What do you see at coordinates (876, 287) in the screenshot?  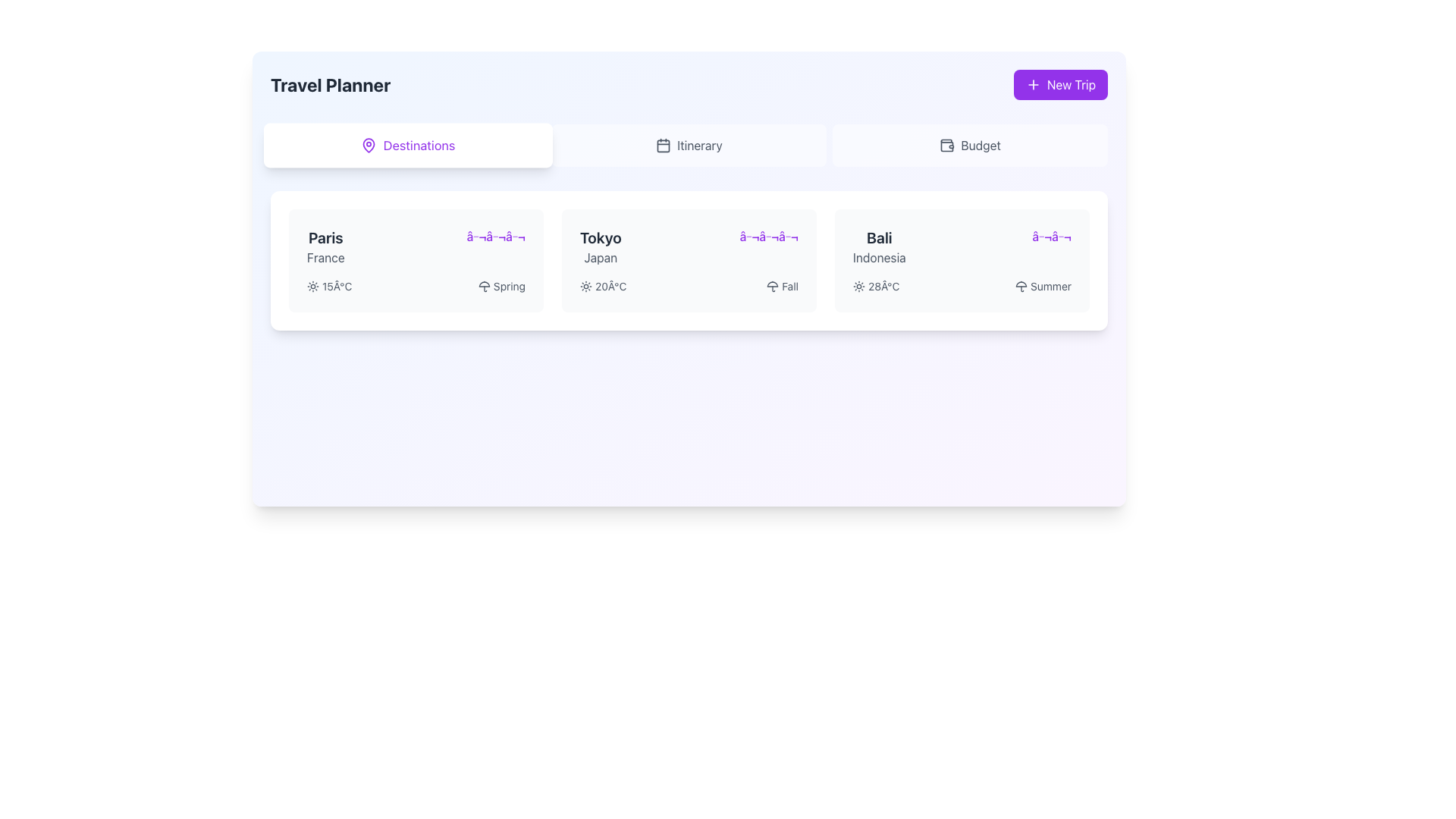 I see `the static information display showing '28°C' in a blue-grey font, located inside the 'Bali, Indonesia' card` at bounding box center [876, 287].